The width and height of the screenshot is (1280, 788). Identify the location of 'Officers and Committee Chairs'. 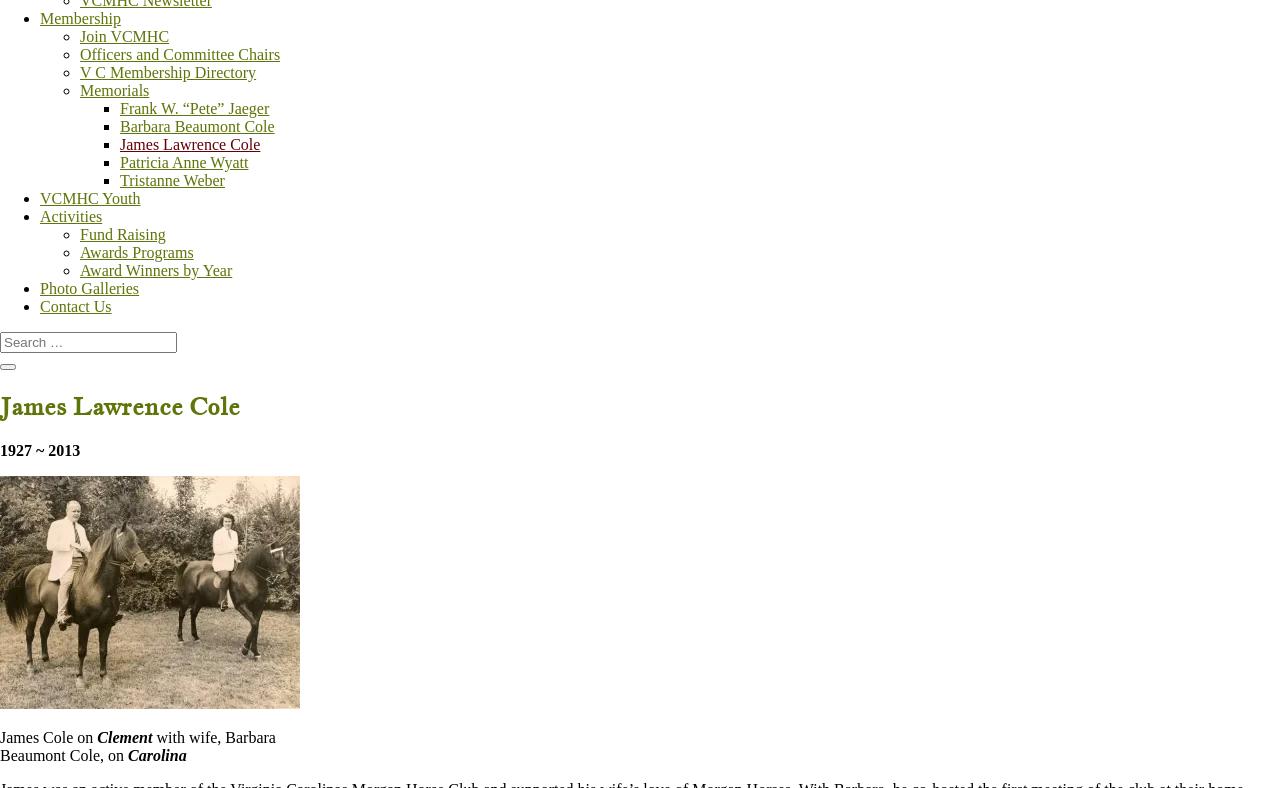
(179, 53).